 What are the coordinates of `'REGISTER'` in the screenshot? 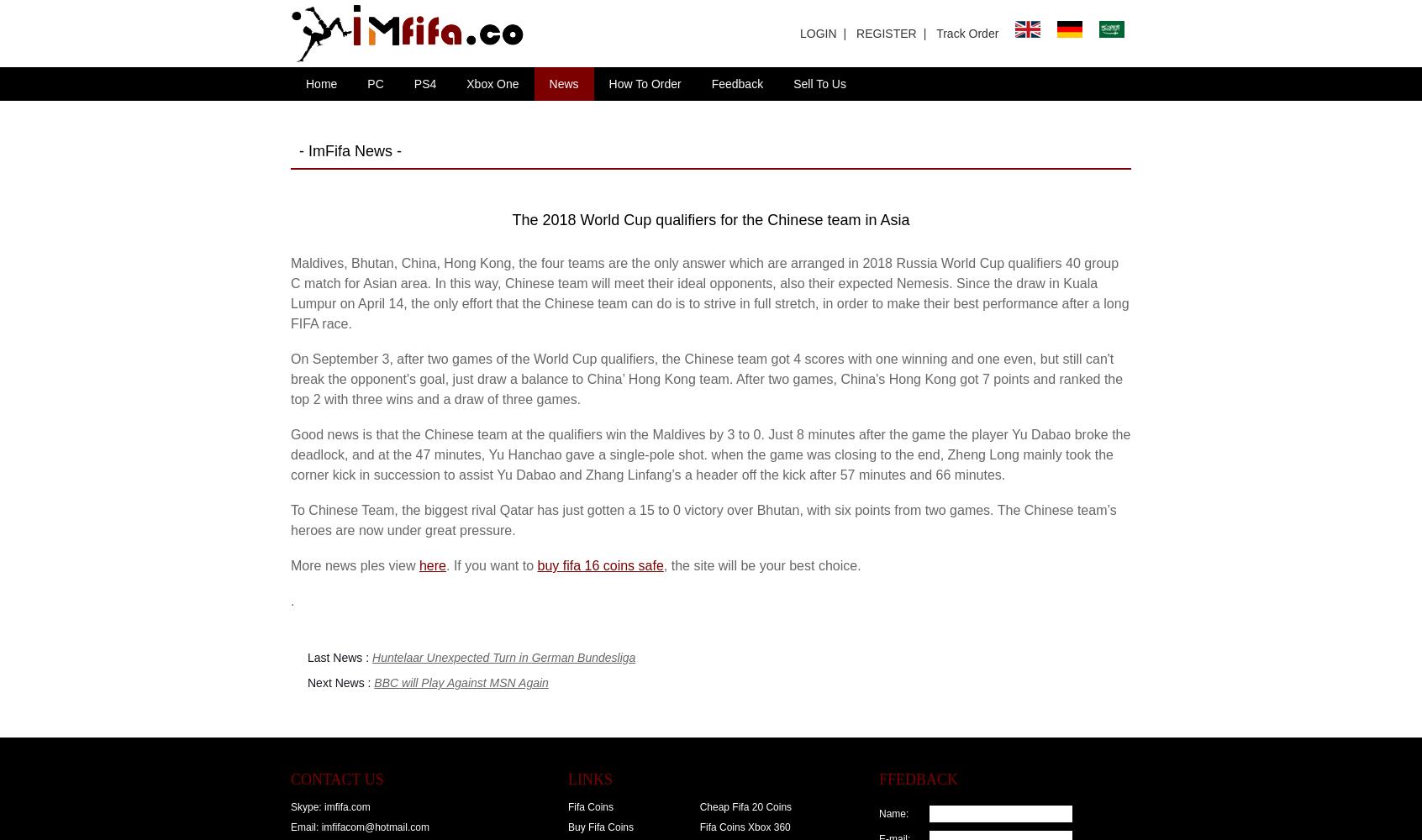 It's located at (885, 34).